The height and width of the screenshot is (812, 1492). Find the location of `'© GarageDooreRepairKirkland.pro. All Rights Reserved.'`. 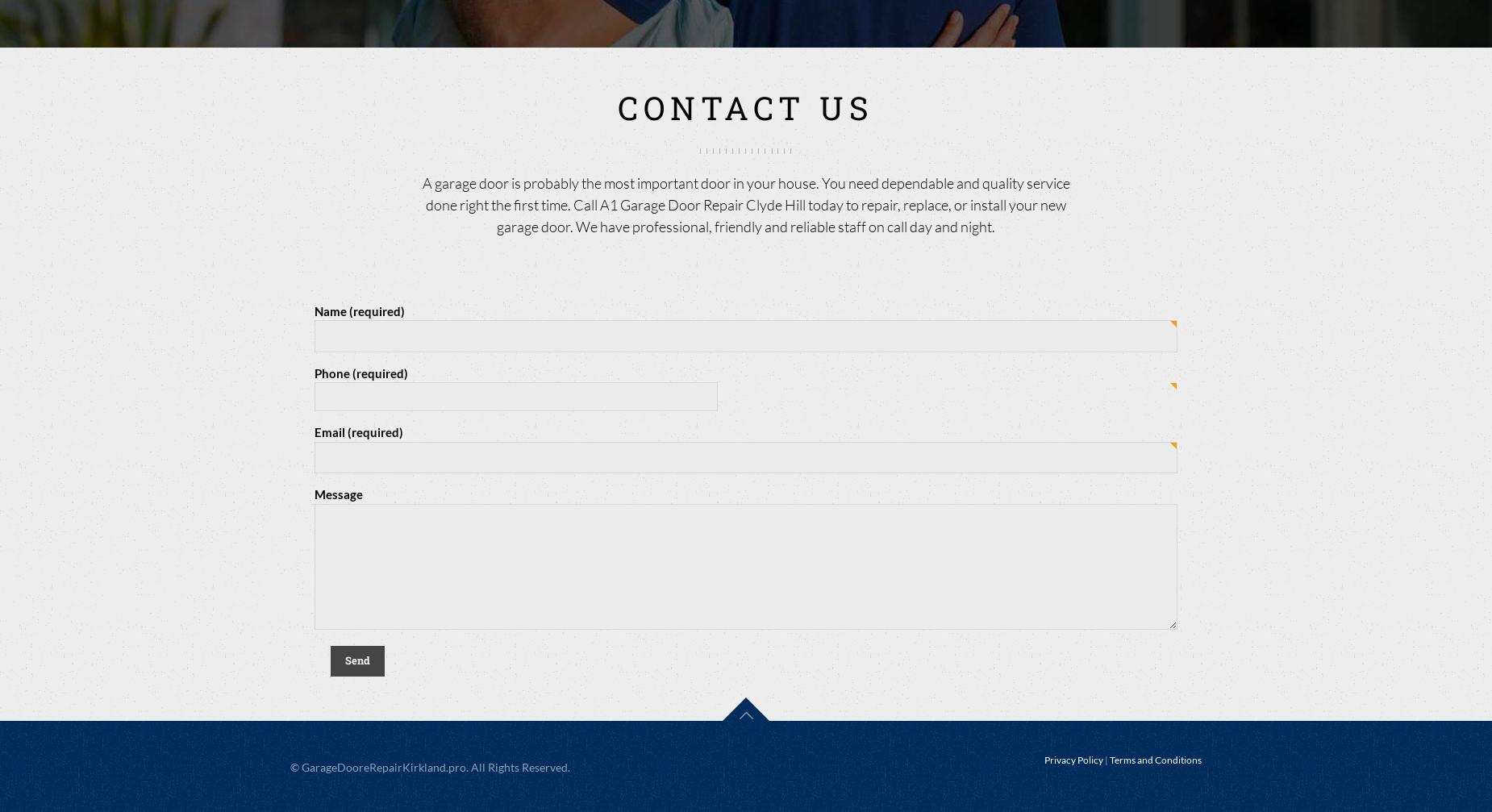

'© GarageDooreRepairKirkland.pro. All Rights Reserved.' is located at coordinates (430, 765).